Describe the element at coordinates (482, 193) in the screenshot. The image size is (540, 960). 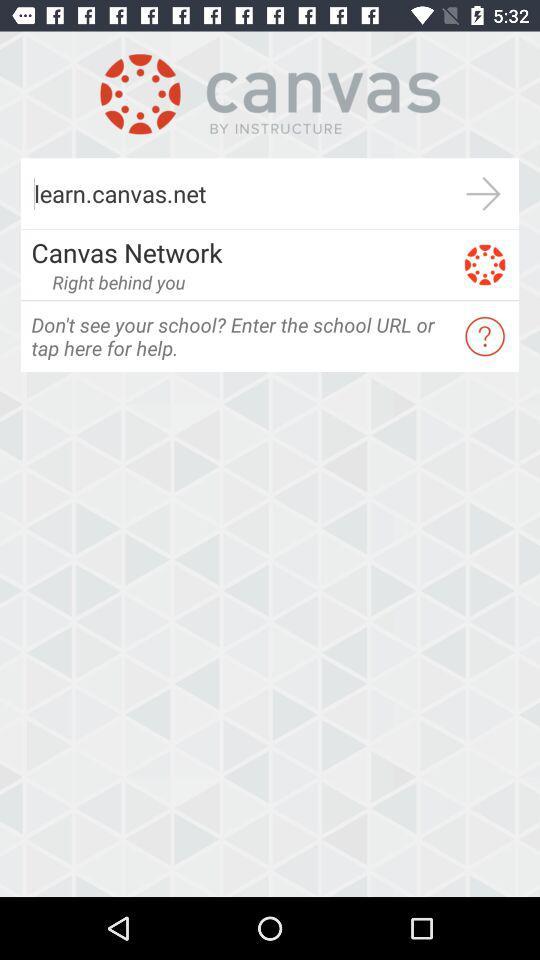
I see `item to the right of the learn.canvas.net` at that location.